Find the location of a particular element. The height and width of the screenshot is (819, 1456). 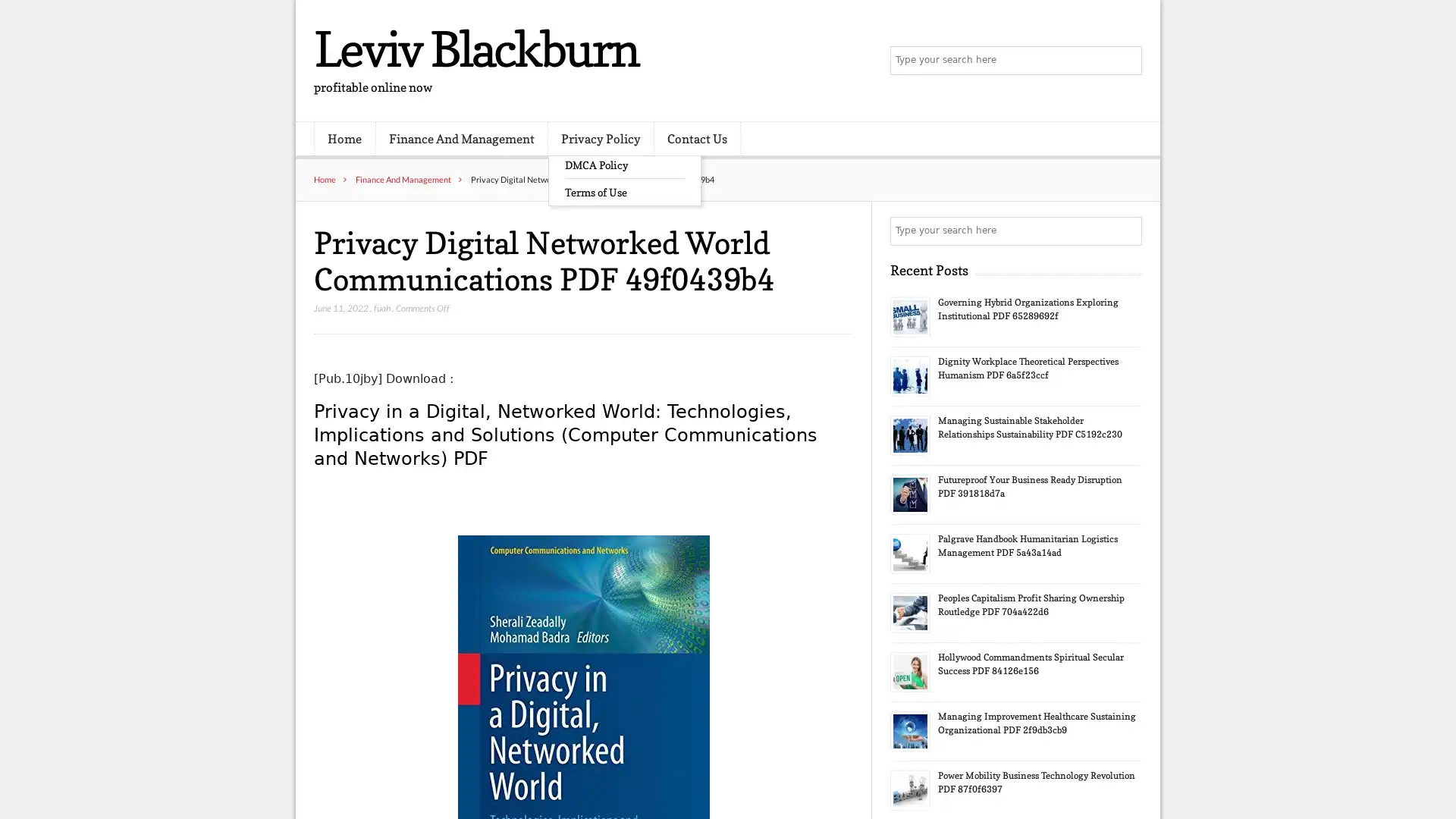

Search is located at coordinates (1126, 231).